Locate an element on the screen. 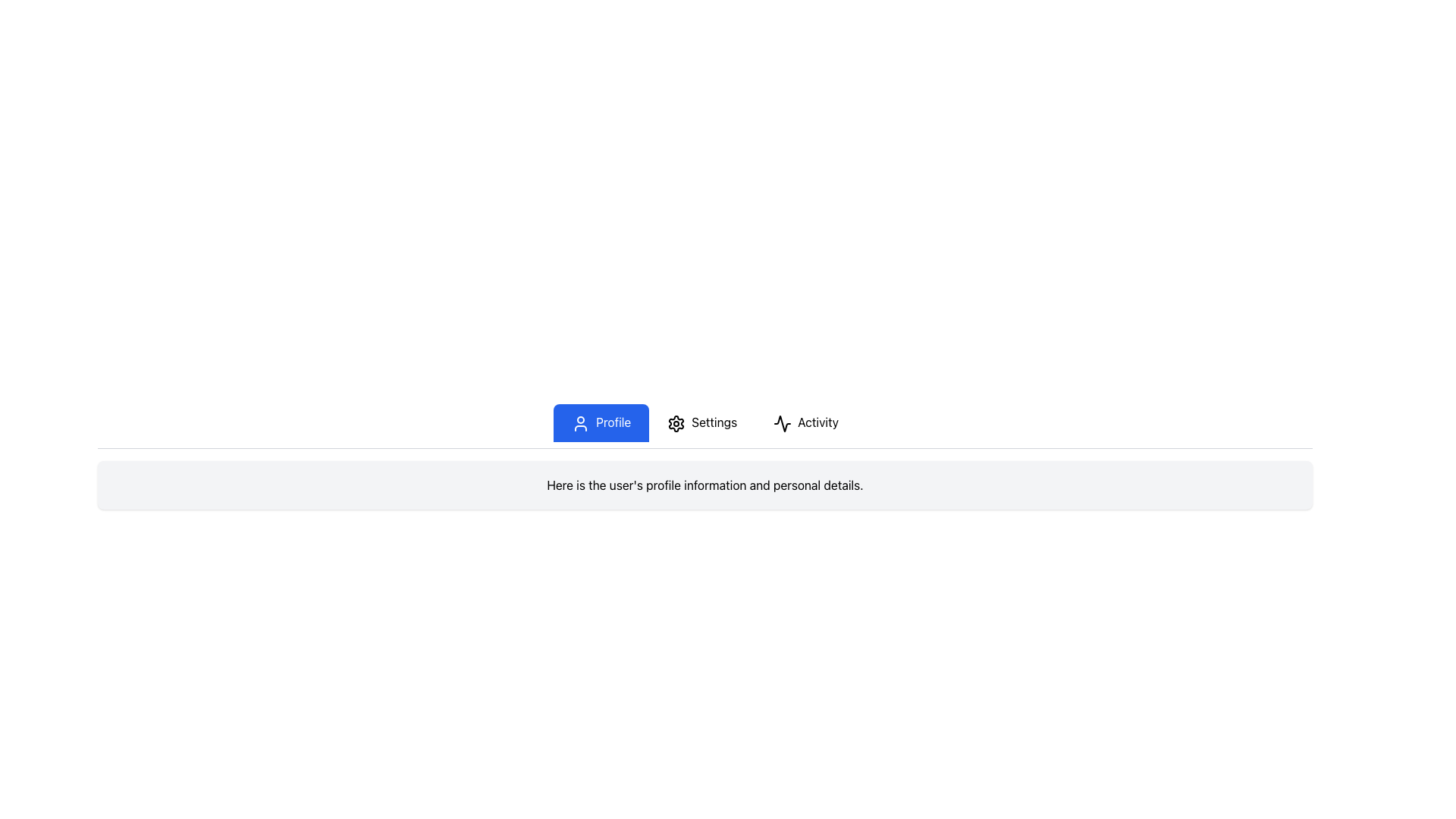  the gear/settings icon located directly to the left of the 'Settings' label, which is styled in a minimalistic line-based design is located at coordinates (676, 423).